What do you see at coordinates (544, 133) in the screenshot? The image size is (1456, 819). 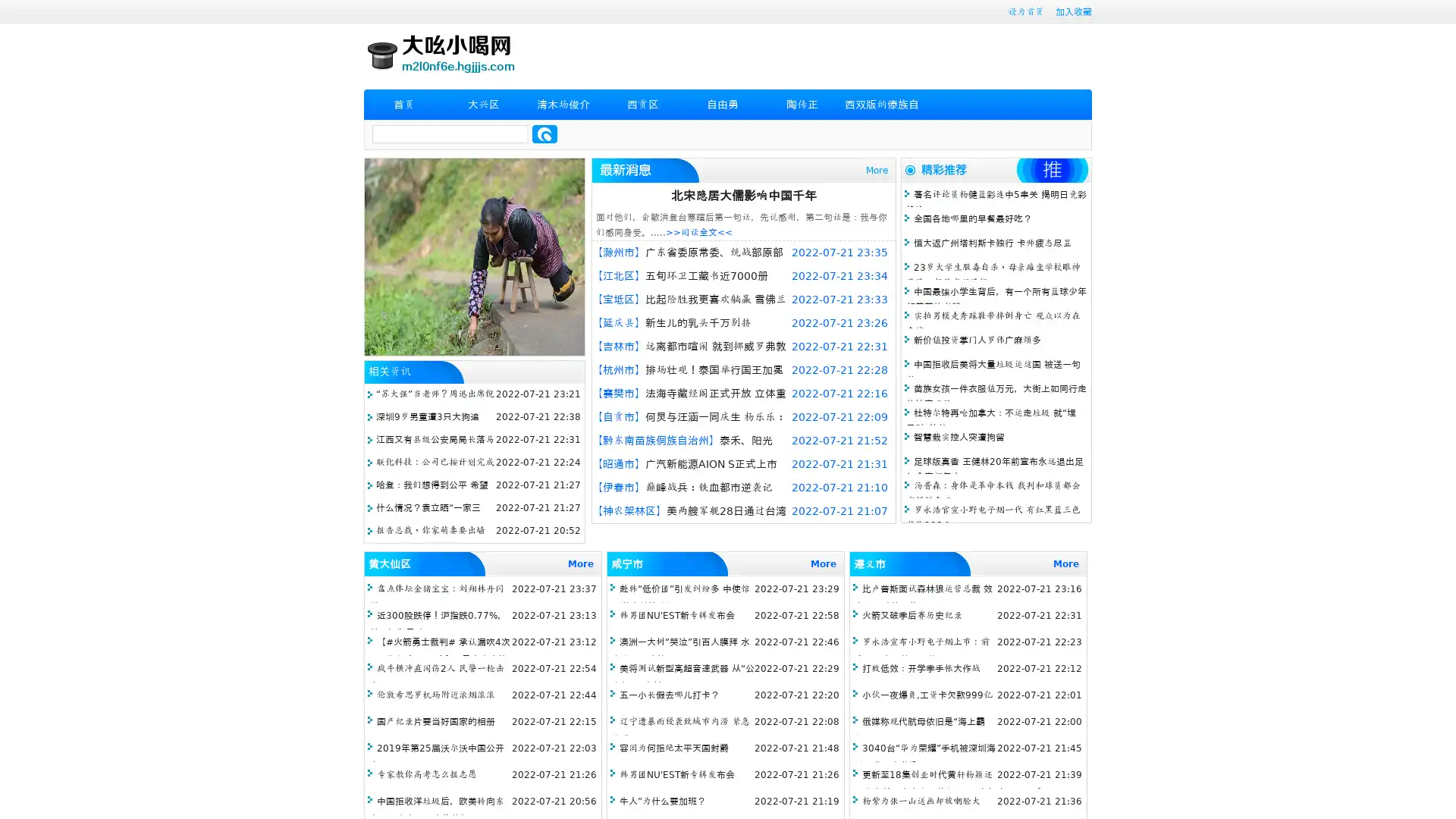 I see `Search` at bounding box center [544, 133].